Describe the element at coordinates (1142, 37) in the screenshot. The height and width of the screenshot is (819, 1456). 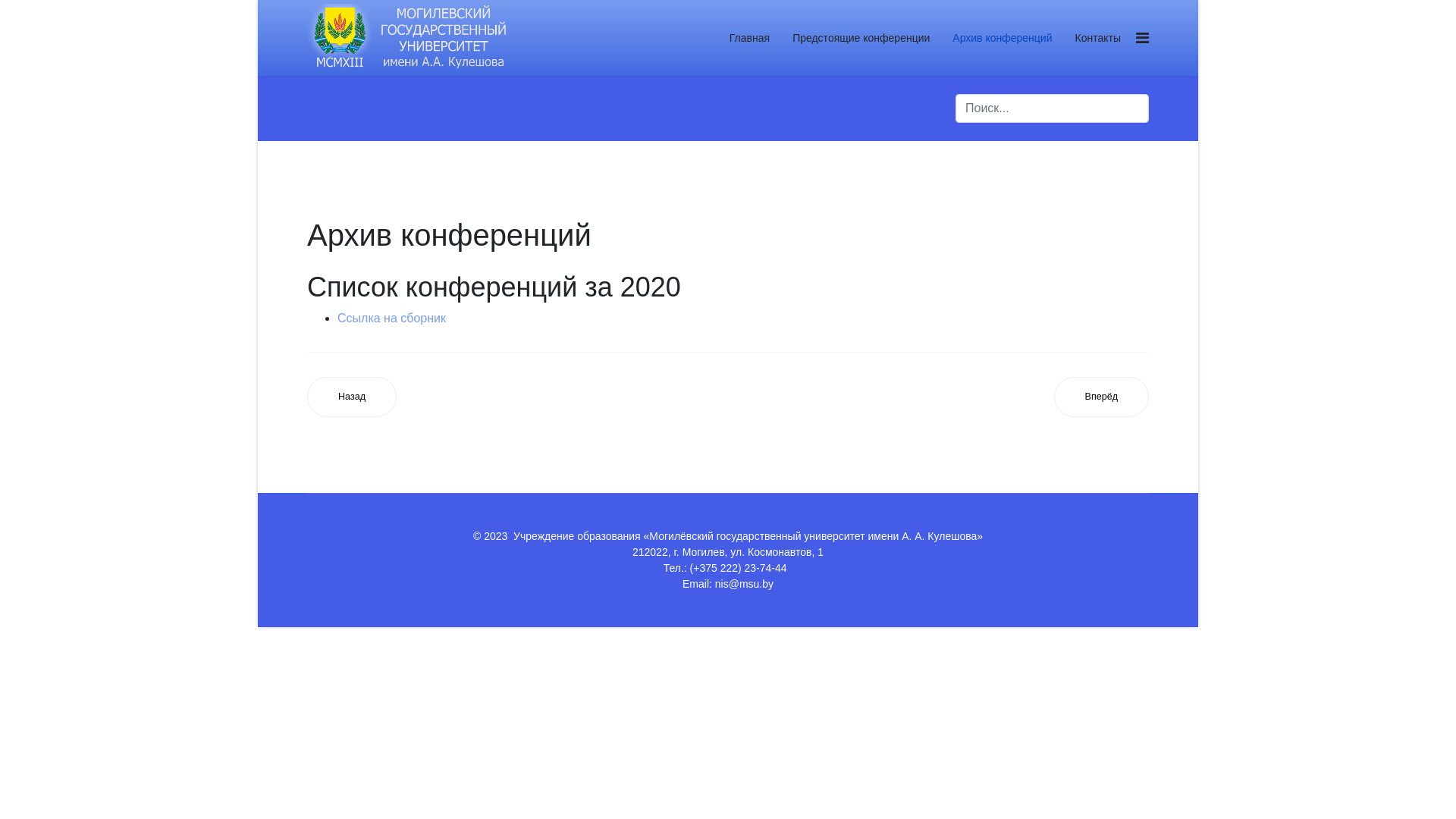
I see `'Navigation'` at that location.